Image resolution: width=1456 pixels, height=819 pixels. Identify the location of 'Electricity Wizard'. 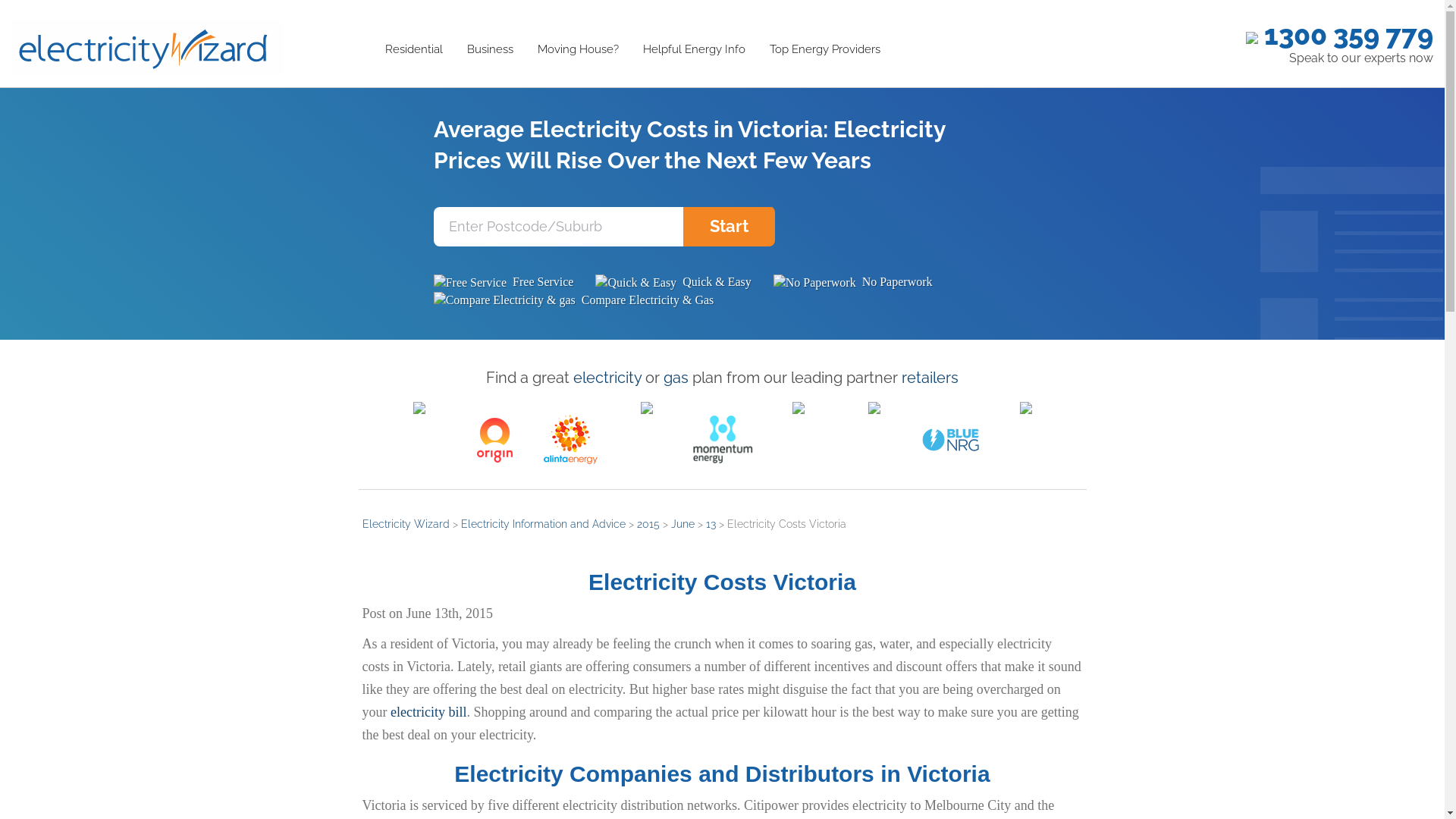
(406, 522).